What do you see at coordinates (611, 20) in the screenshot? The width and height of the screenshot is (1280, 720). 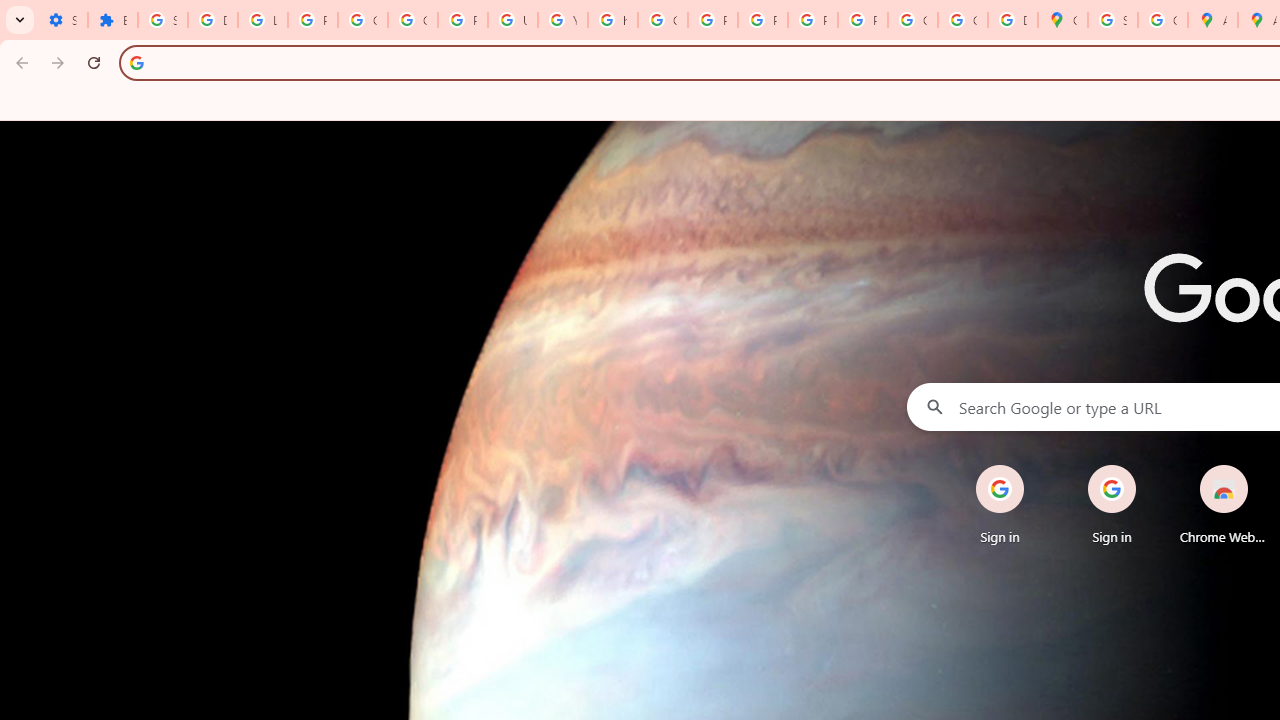 I see `'https://scholar.google.com/'` at bounding box center [611, 20].